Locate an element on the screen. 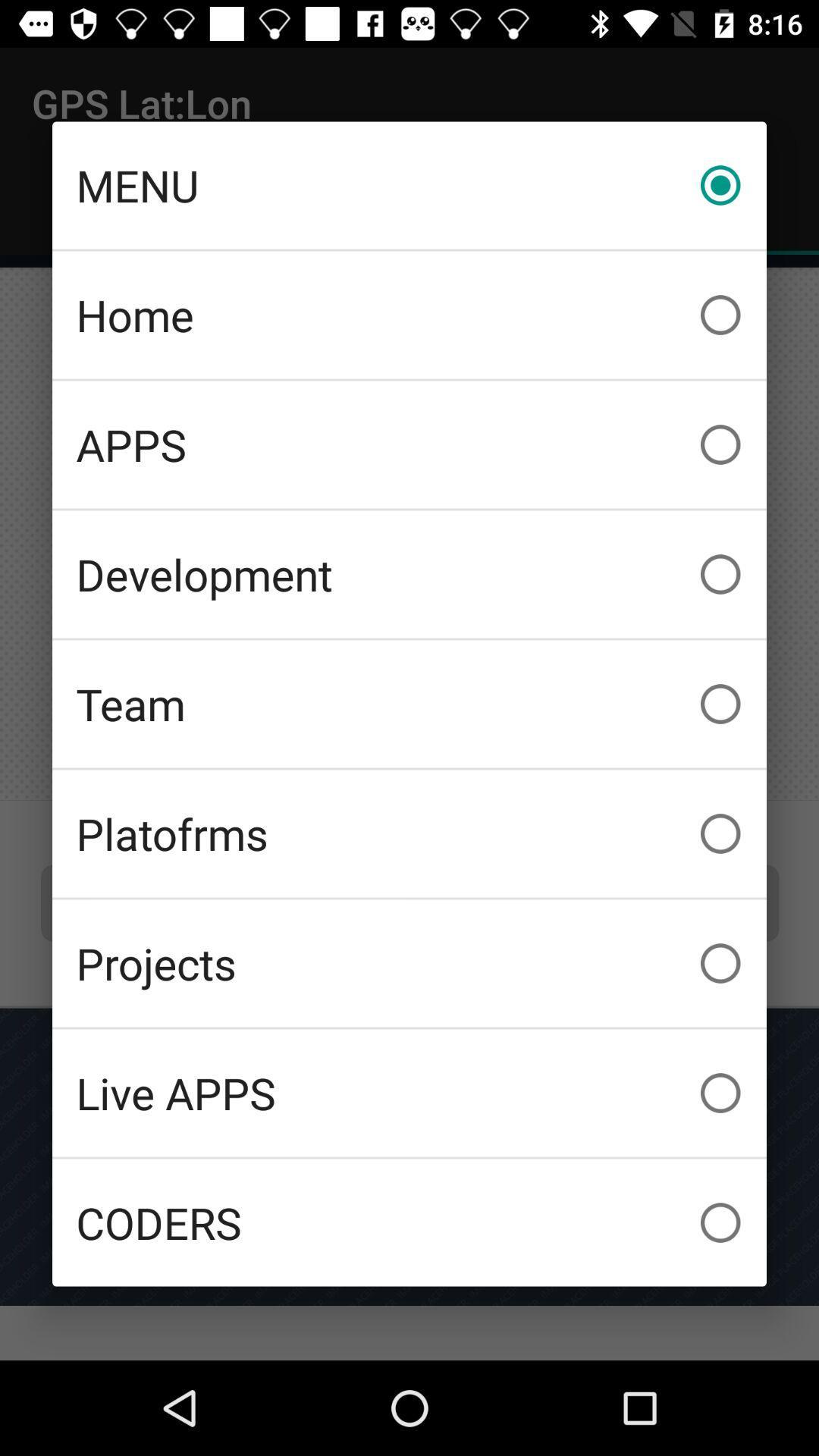  the item below menu is located at coordinates (409, 314).